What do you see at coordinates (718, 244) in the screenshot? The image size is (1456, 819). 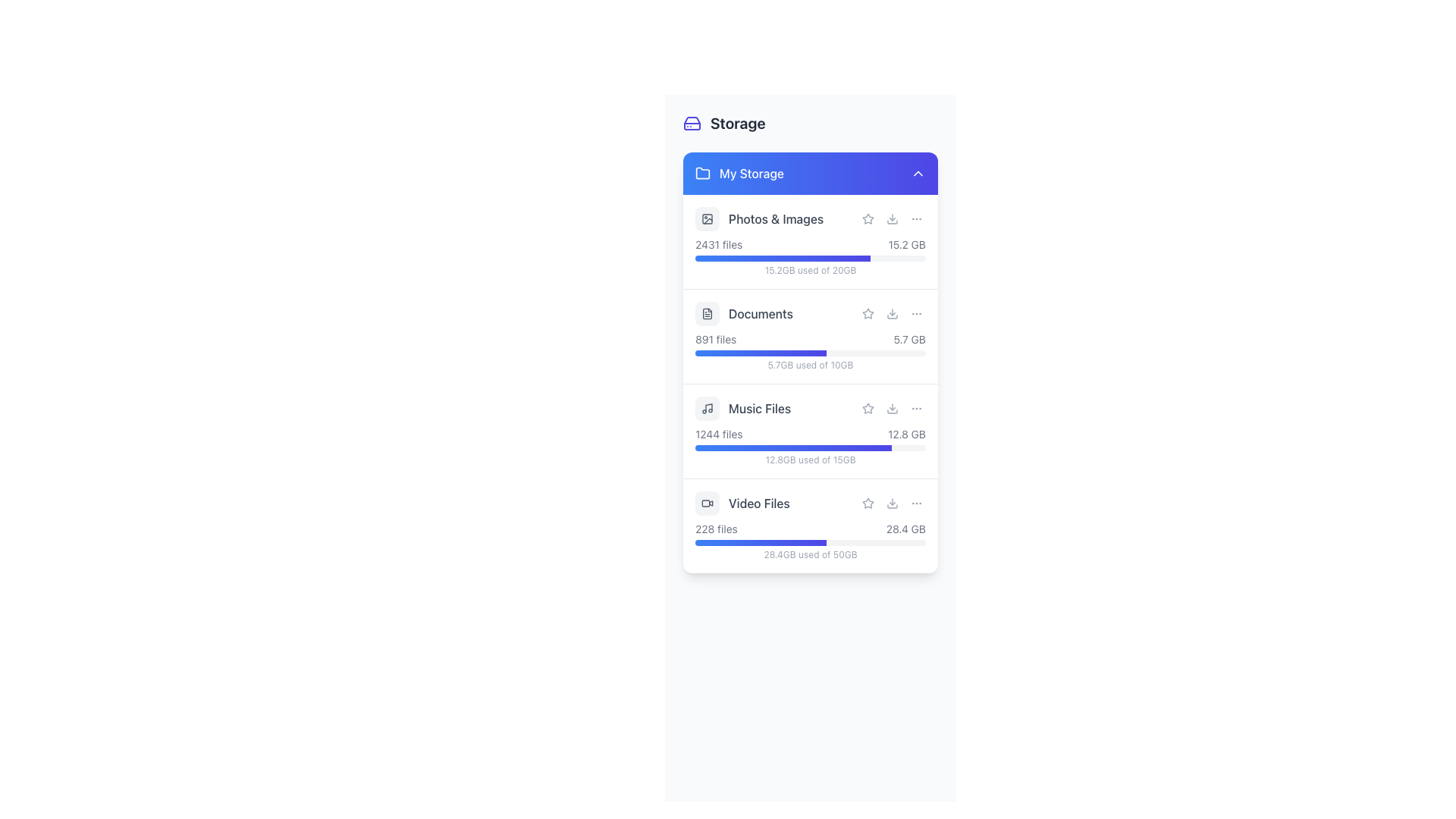 I see `the text label displaying '2431 files', which is part of the 'My Storage' panel under the 'Photos & Images' section` at bounding box center [718, 244].